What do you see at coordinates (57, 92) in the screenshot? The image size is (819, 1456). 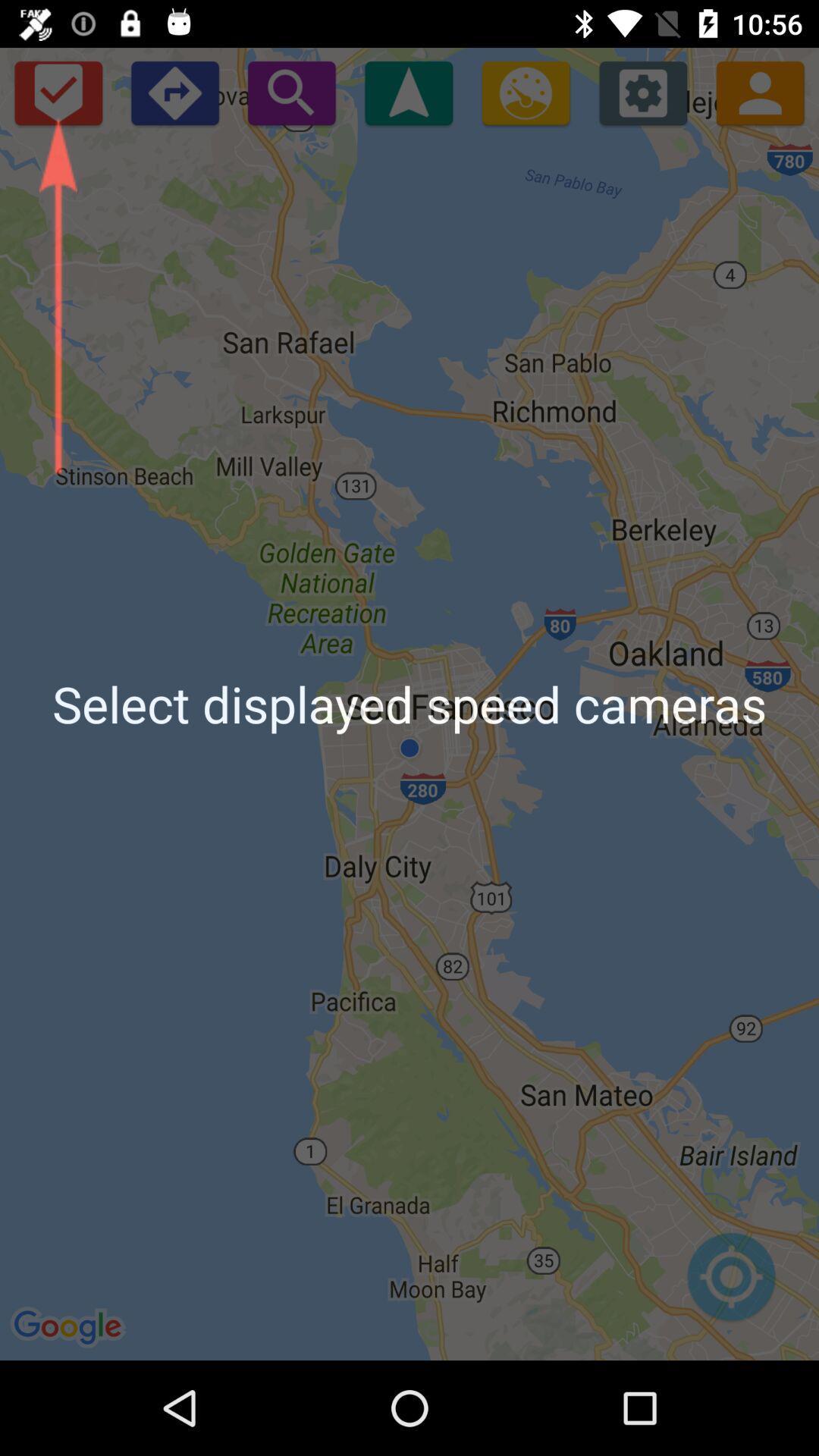 I see `the check icon` at bounding box center [57, 92].